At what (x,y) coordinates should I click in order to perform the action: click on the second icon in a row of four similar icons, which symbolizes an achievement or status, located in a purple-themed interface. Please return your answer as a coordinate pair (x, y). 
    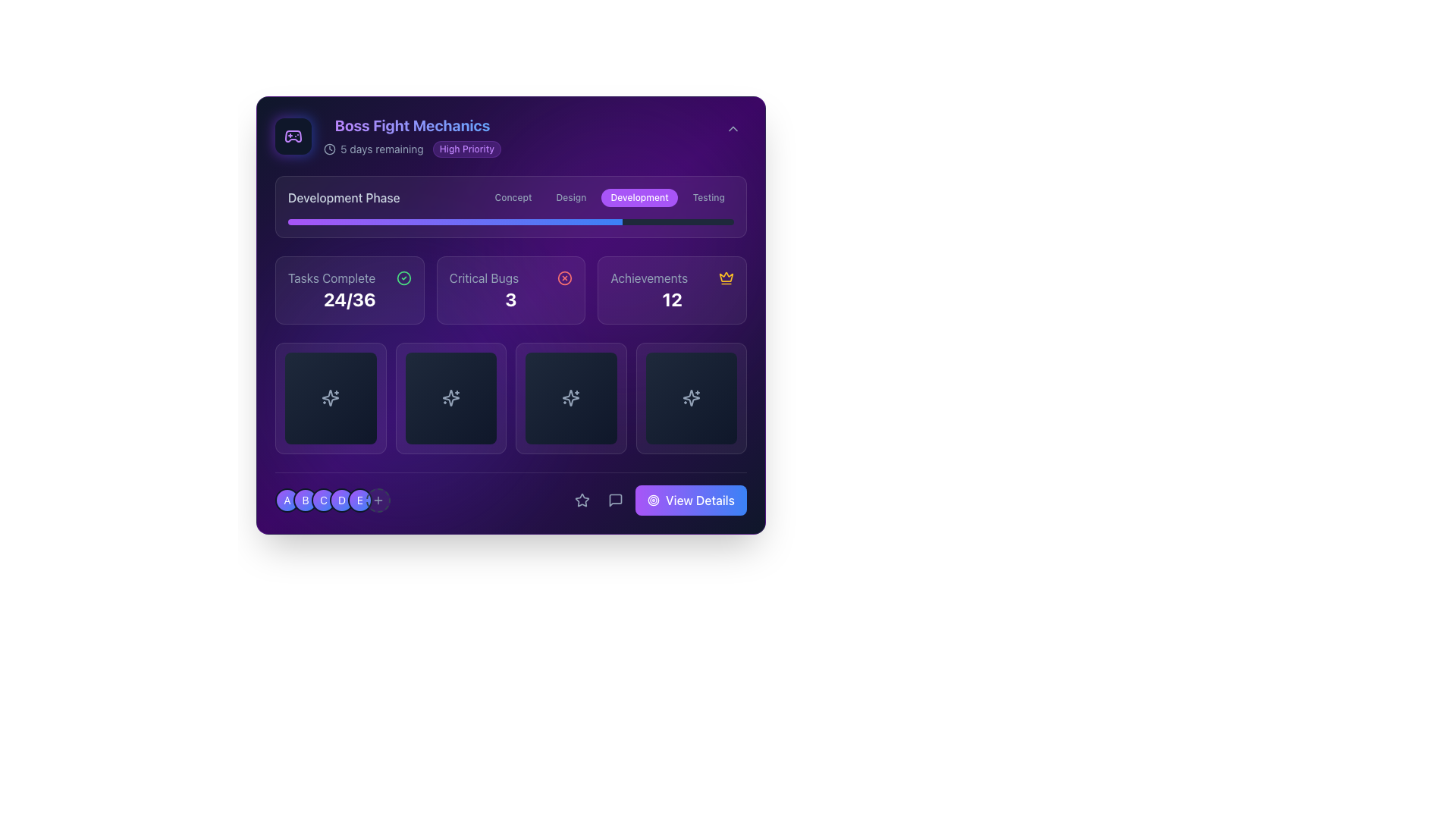
    Looking at the image, I should click on (450, 397).